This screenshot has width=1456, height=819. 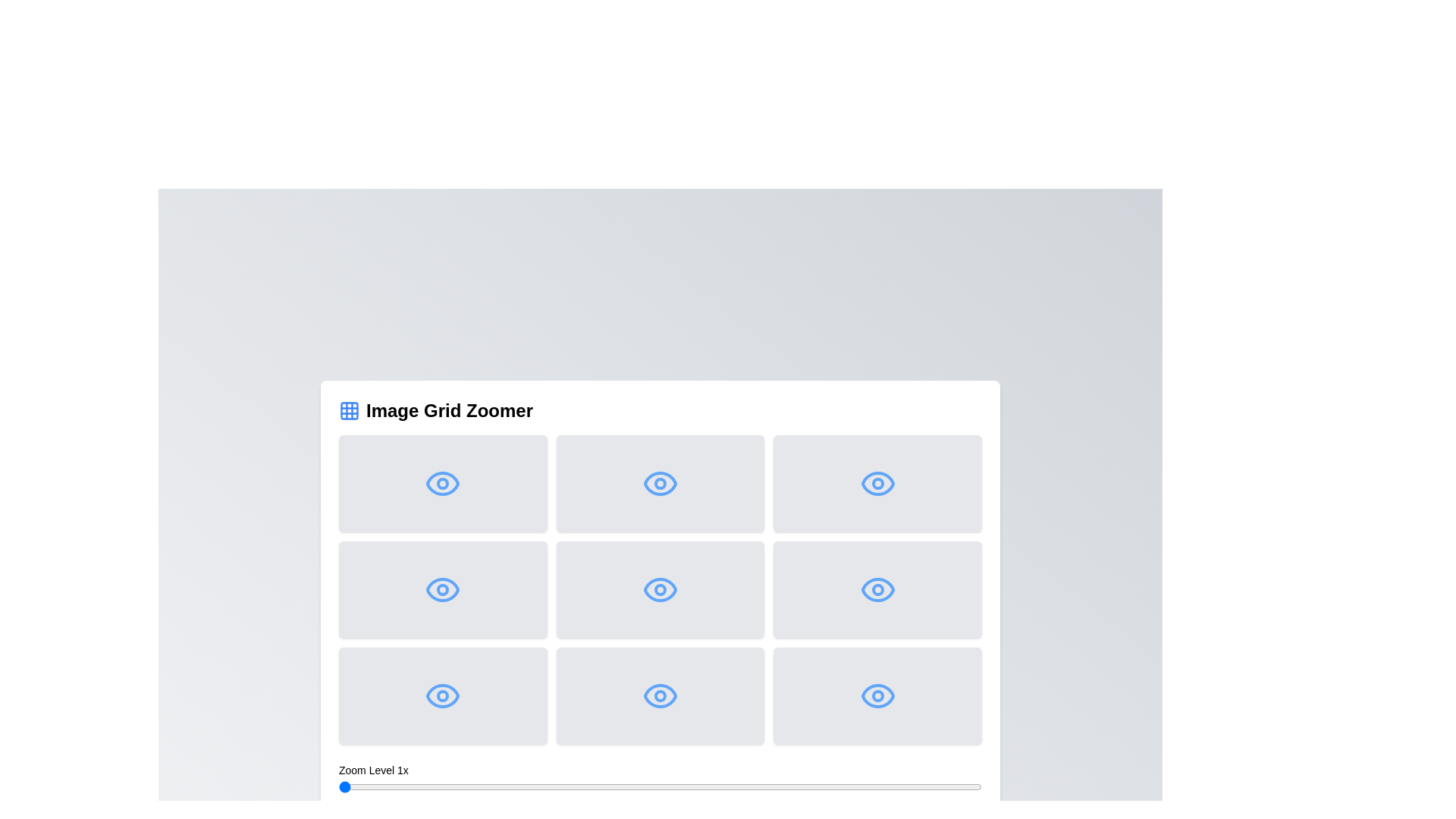 What do you see at coordinates (660, 410) in the screenshot?
I see `the heading text to focus on it` at bounding box center [660, 410].